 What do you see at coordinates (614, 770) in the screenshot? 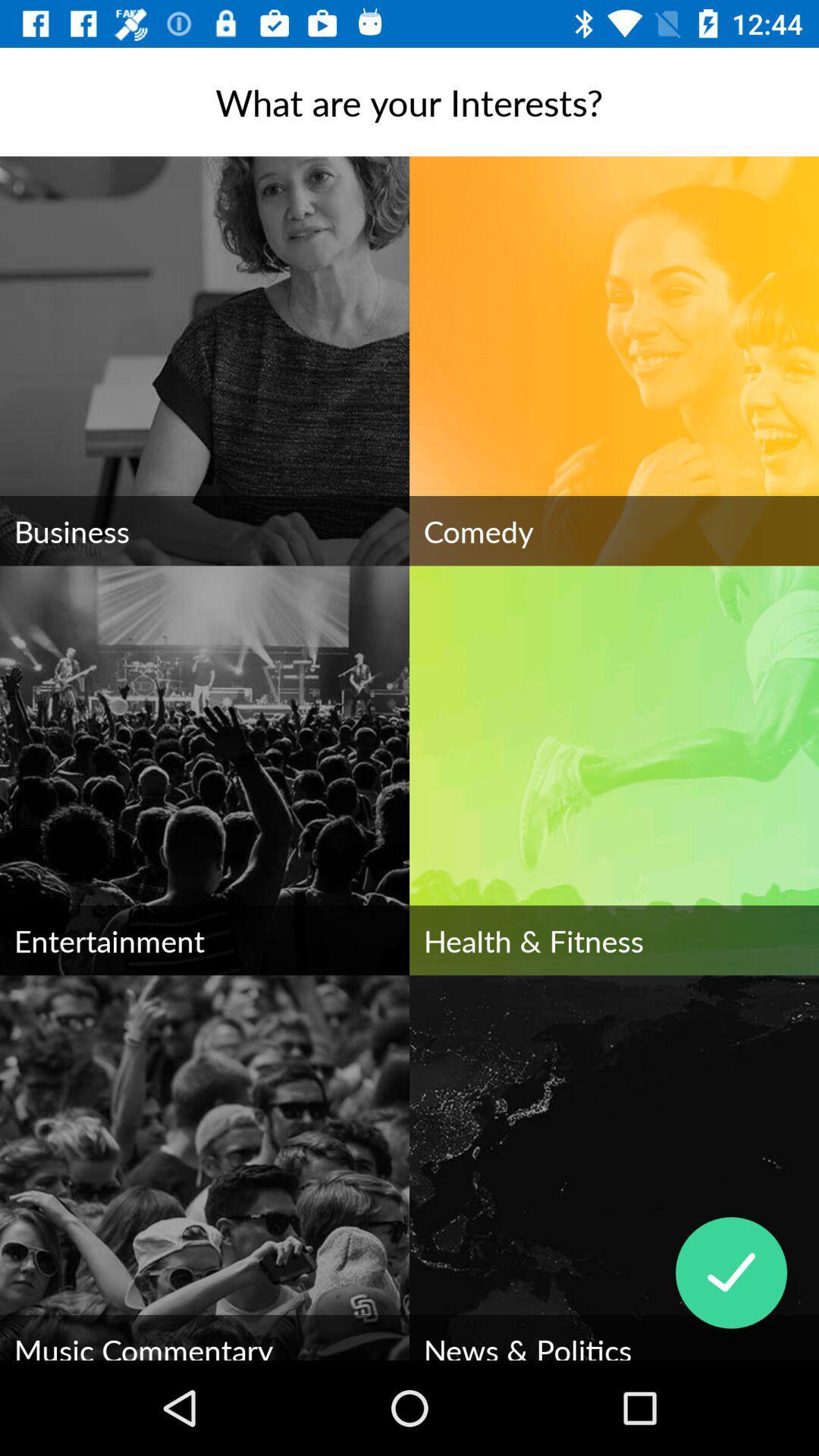
I see `the image health  fitness on the web page` at bounding box center [614, 770].